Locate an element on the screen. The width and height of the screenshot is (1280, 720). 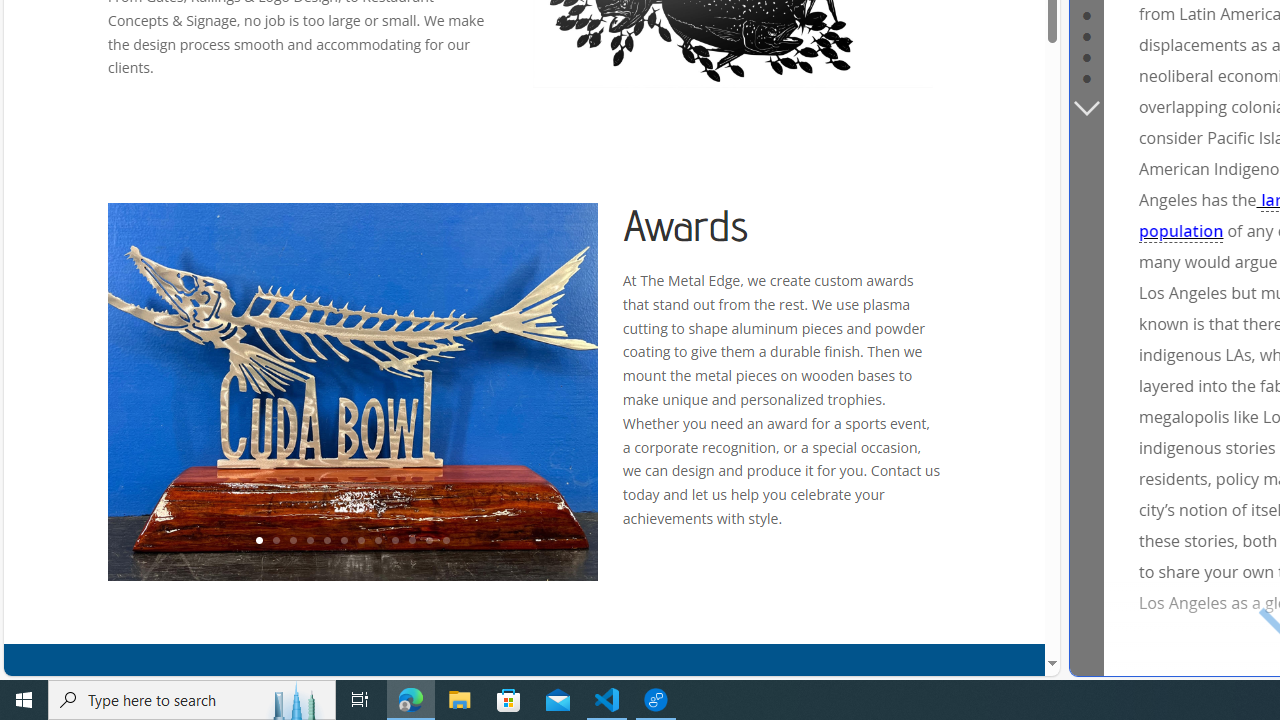
'Next section' is located at coordinates (1085, 106).